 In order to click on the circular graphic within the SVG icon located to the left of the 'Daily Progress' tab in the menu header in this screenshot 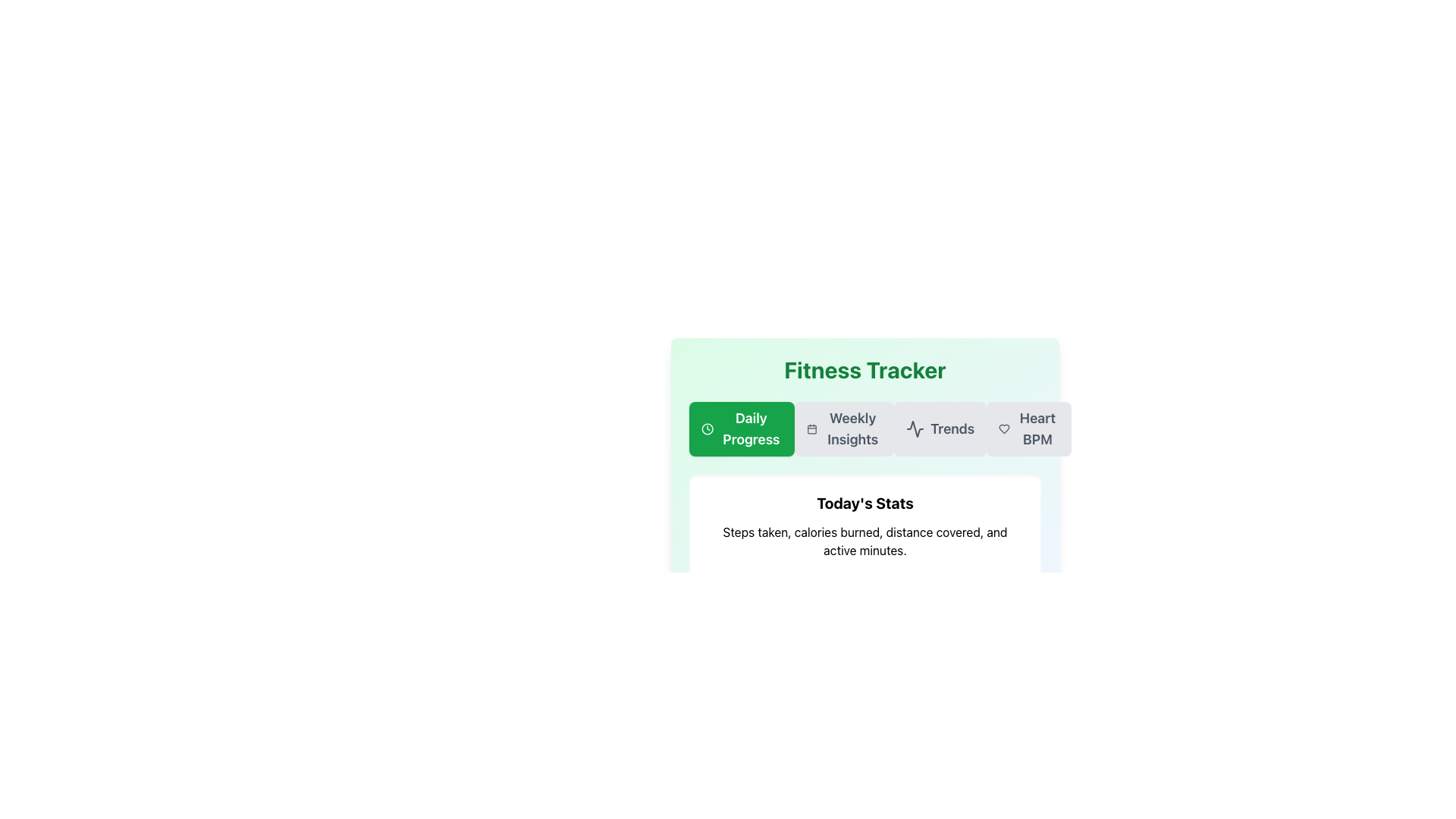, I will do `click(707, 429)`.